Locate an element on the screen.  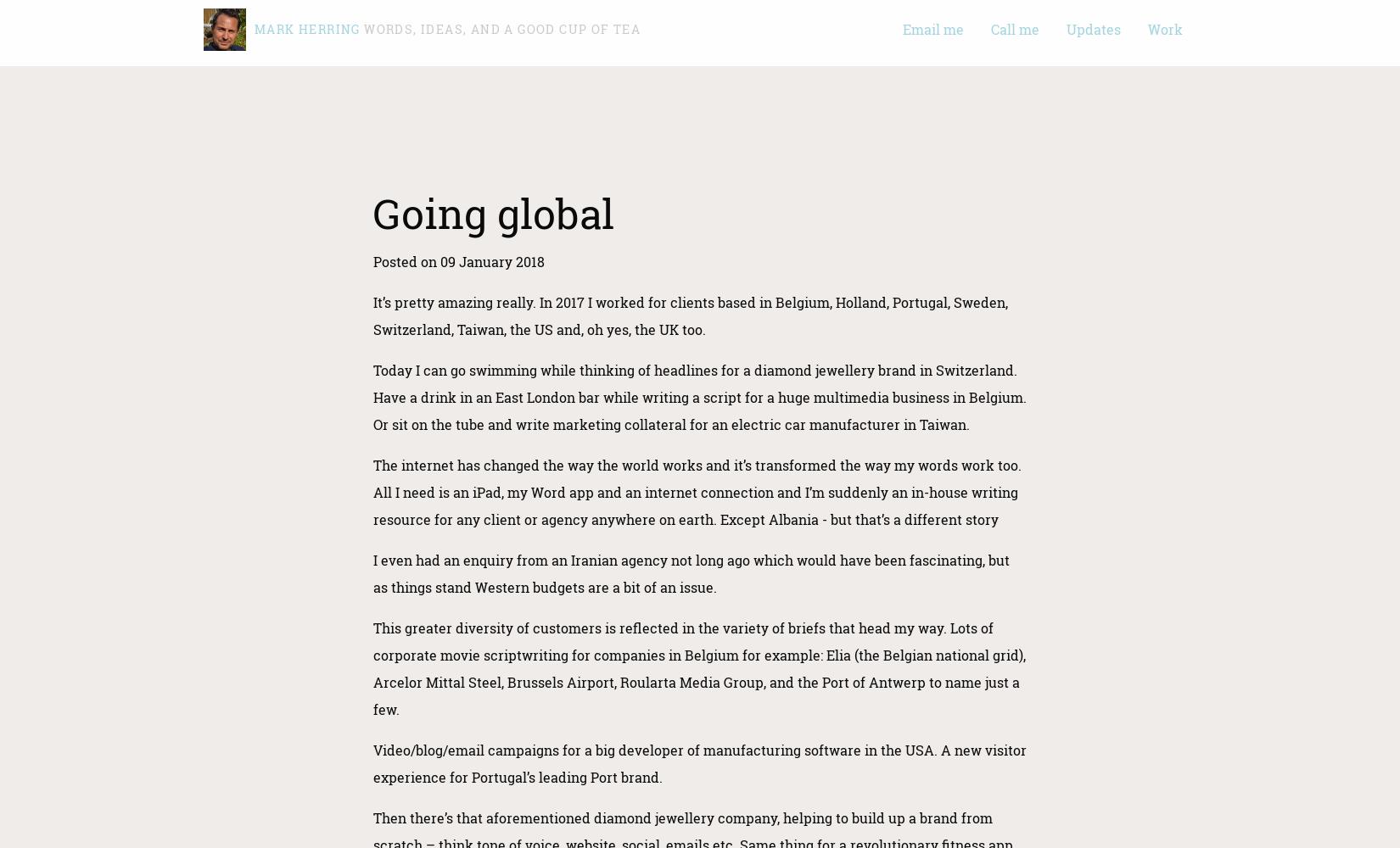
'This greater diversity of customers is reflected in the variety of briefs that head my way. Lots of corporate movie scriptwriting for companies in Belgium for example: Elia (the Belgian national grid), Arcelor Mittal Steel, Brussels Airport, Roularta Media Group, and the Port of Antwerp to name just a few.' is located at coordinates (372, 668).